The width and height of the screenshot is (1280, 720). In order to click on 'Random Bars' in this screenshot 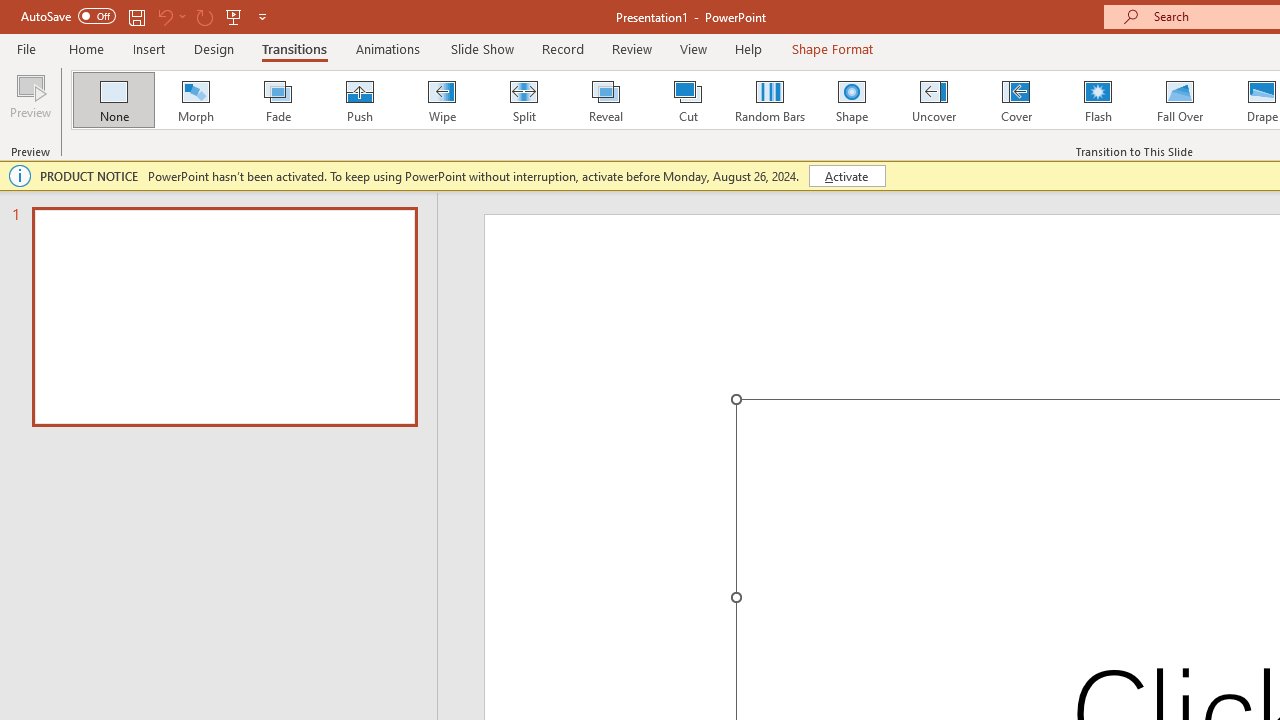, I will do `click(769, 100)`.